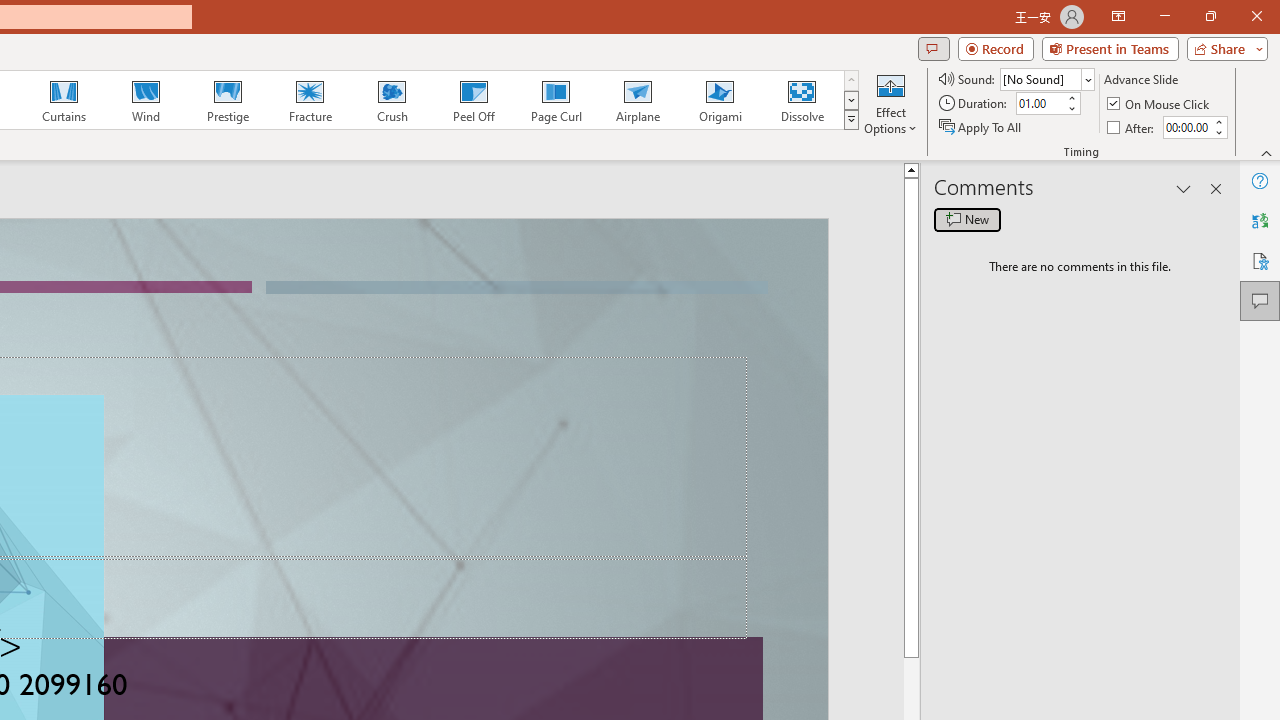 The width and height of the screenshot is (1280, 720). Describe the element at coordinates (64, 100) in the screenshot. I see `'Curtains'` at that location.